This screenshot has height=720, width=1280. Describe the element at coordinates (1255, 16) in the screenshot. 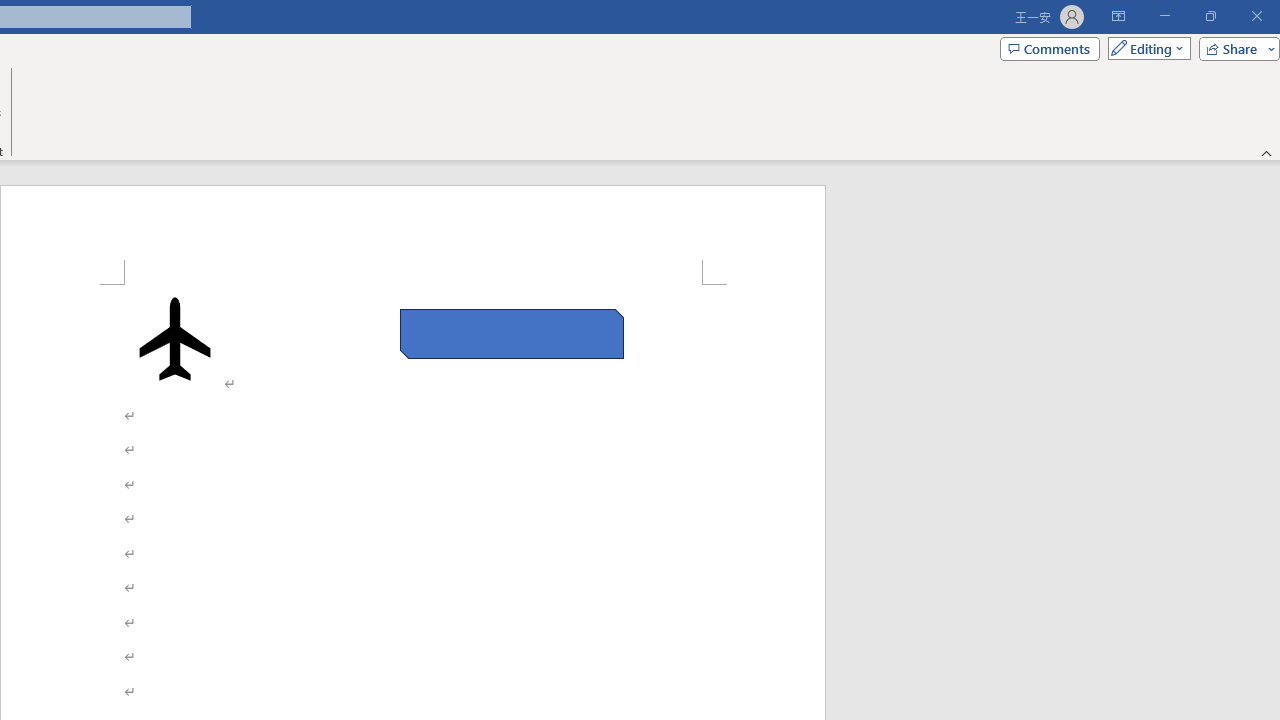

I see `'Close'` at that location.